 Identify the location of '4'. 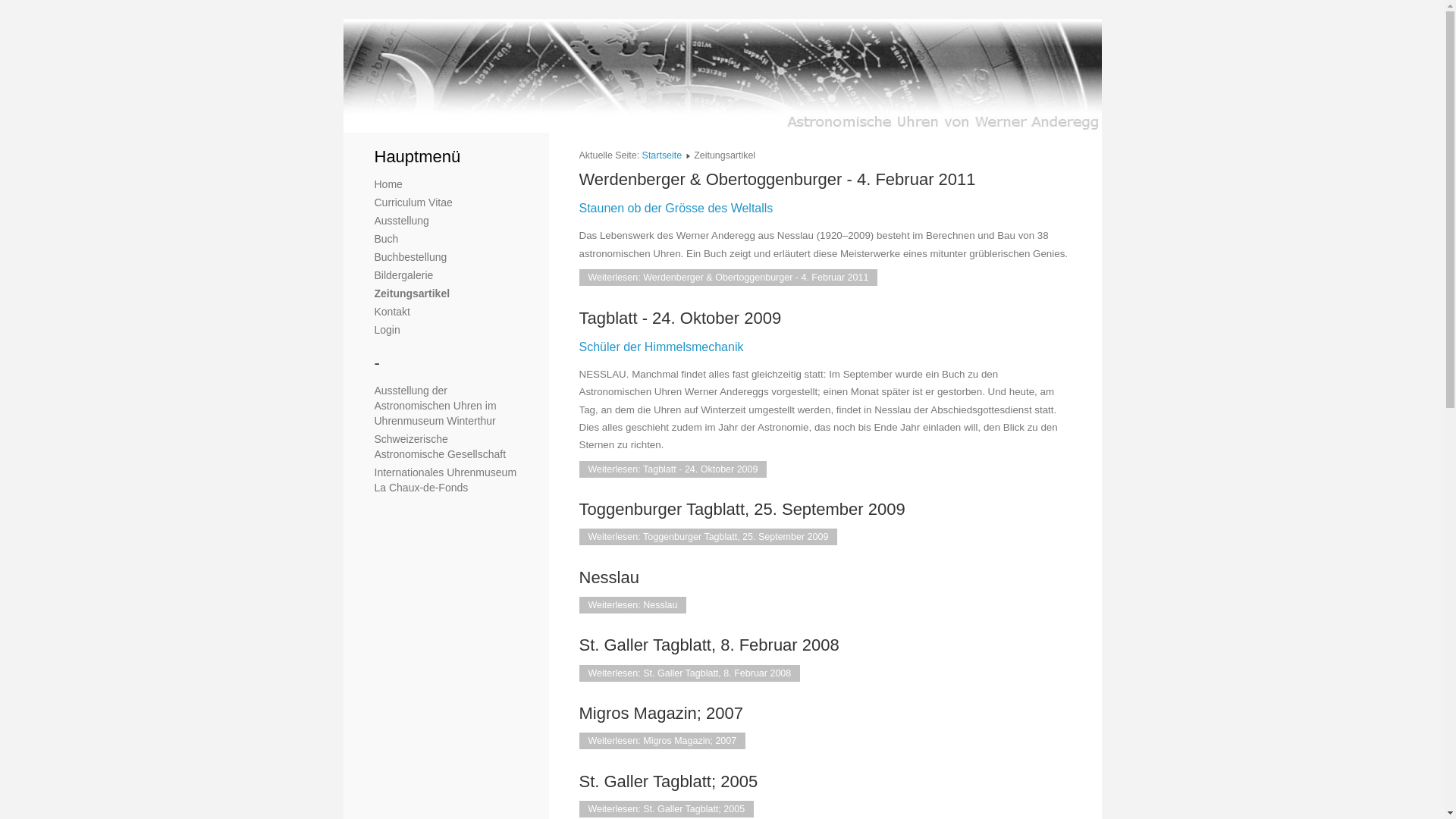
(401, 116).